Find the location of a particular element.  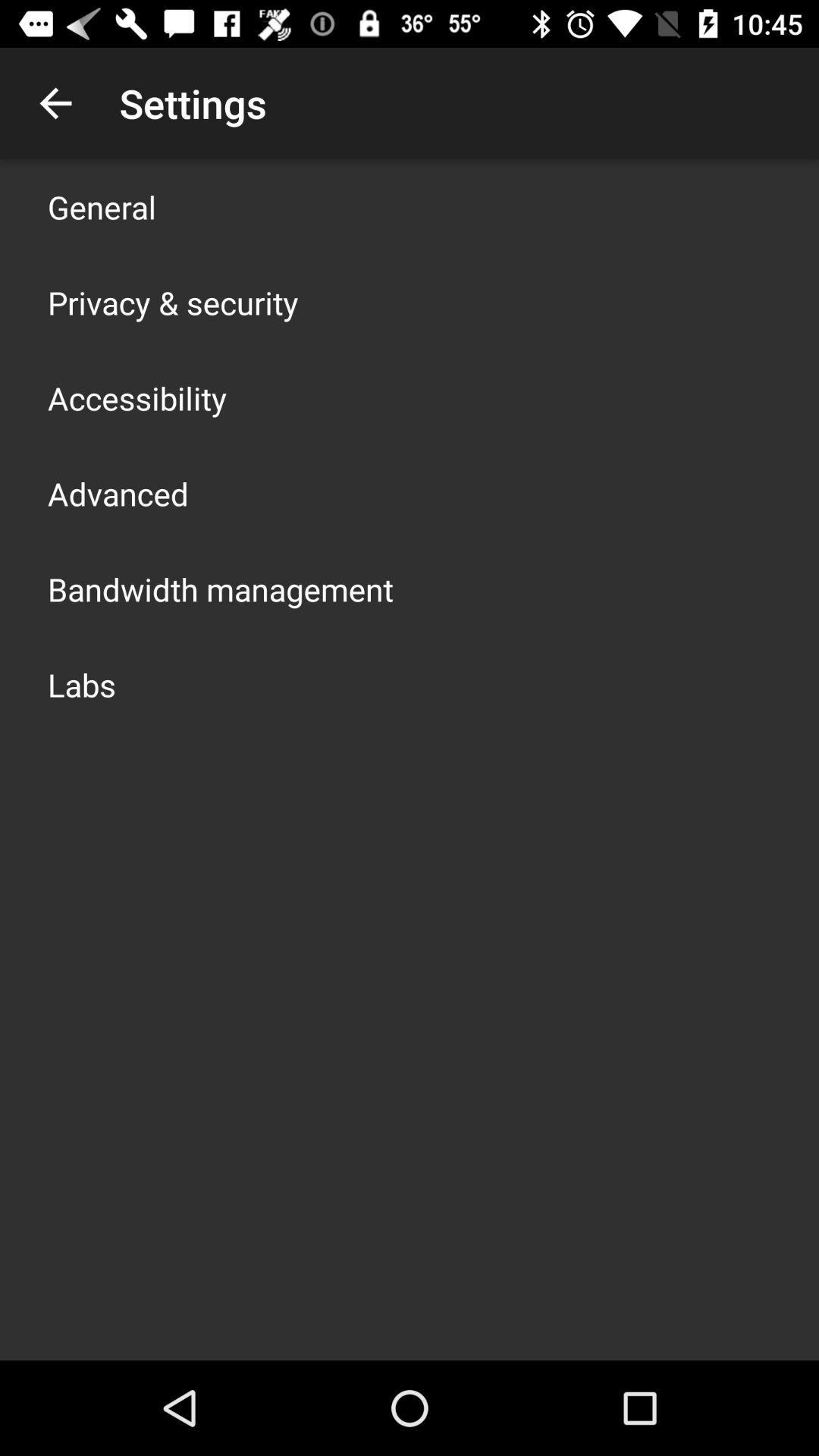

labs is located at coordinates (82, 683).